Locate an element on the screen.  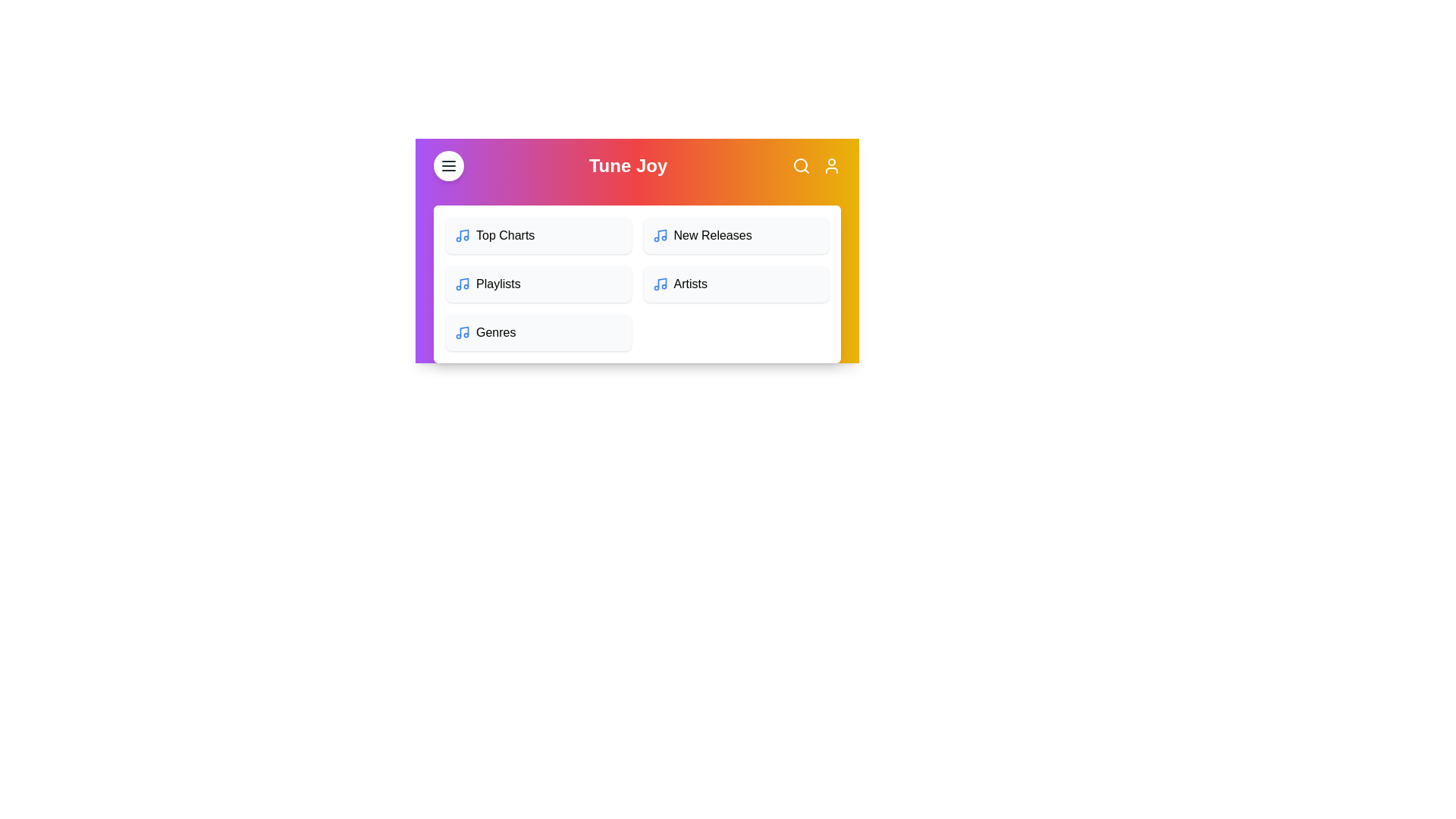
the menu button to toggle the visibility of the menu is located at coordinates (447, 166).